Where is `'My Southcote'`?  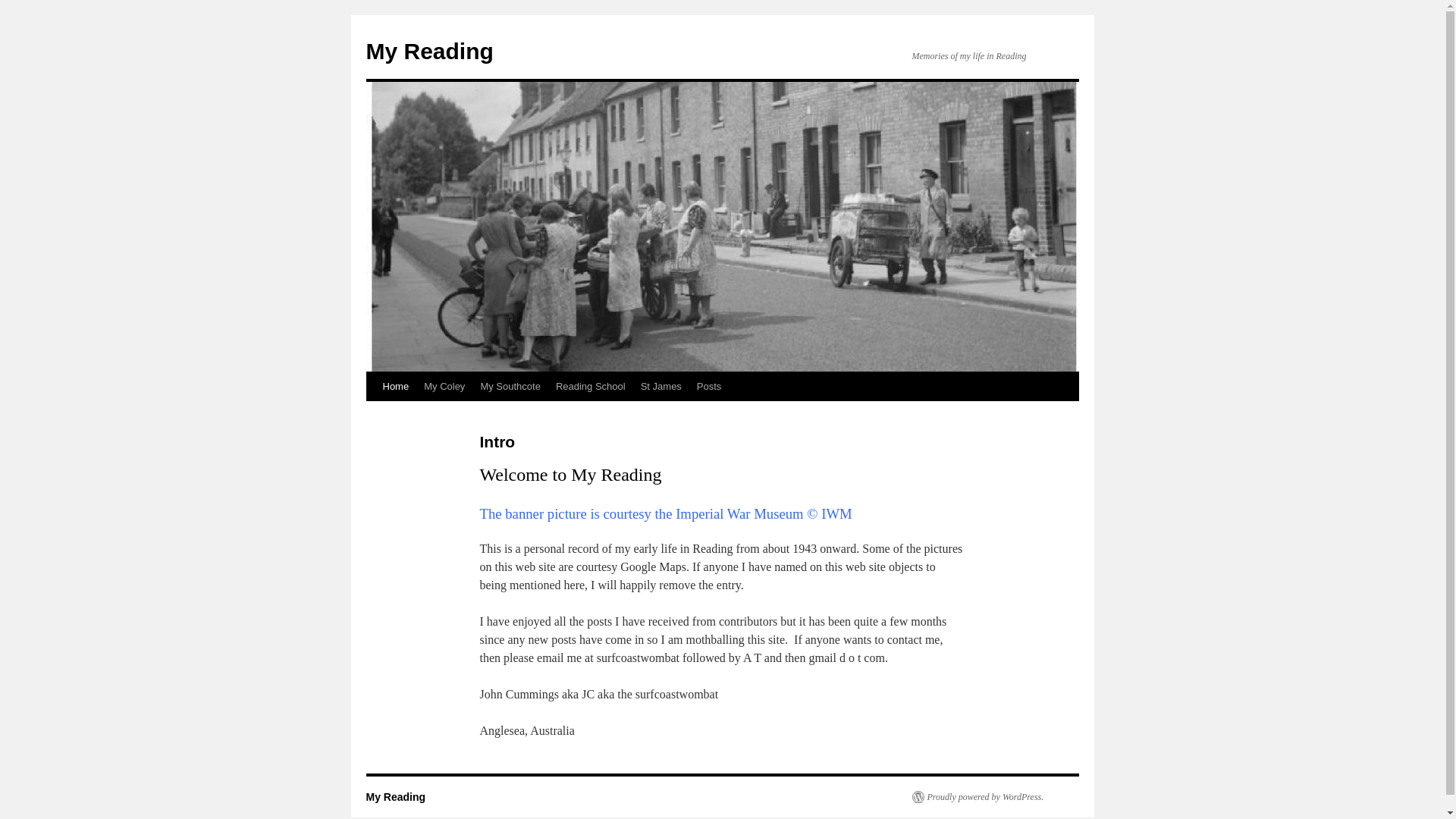 'My Southcote' is located at coordinates (510, 385).